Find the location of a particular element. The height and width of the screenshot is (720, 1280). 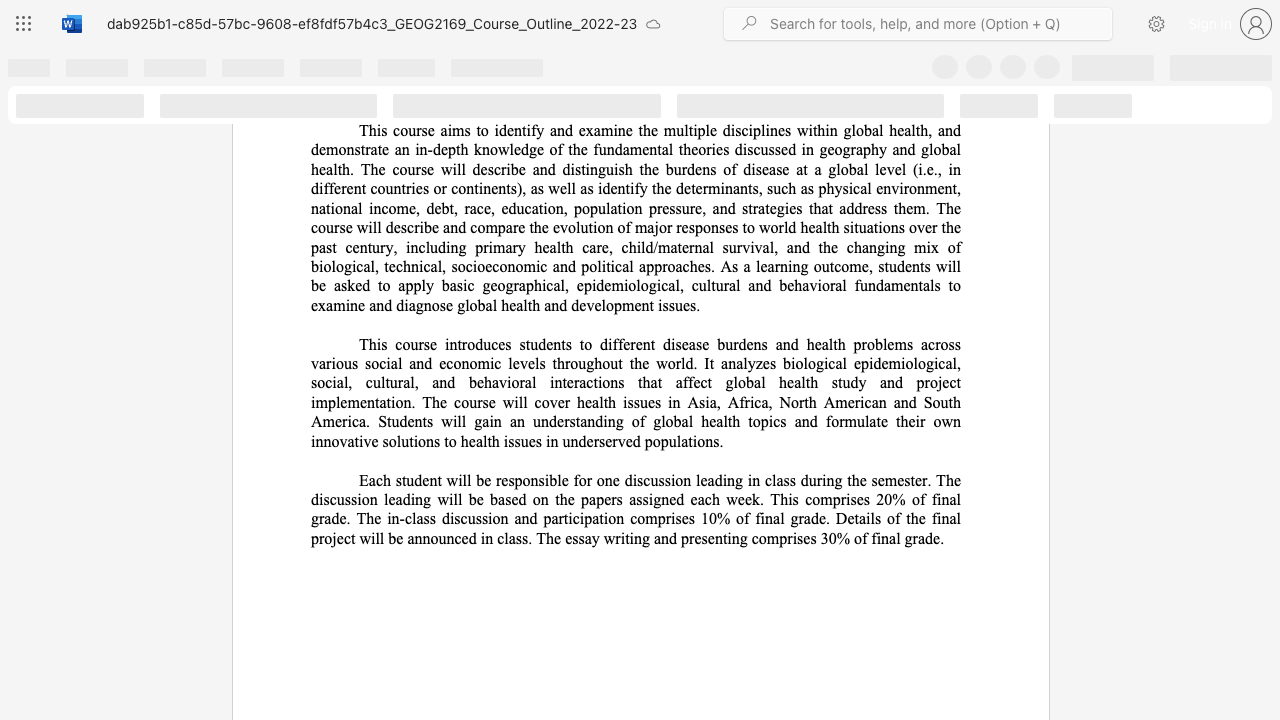

the 1th character "o" in the text is located at coordinates (461, 188).